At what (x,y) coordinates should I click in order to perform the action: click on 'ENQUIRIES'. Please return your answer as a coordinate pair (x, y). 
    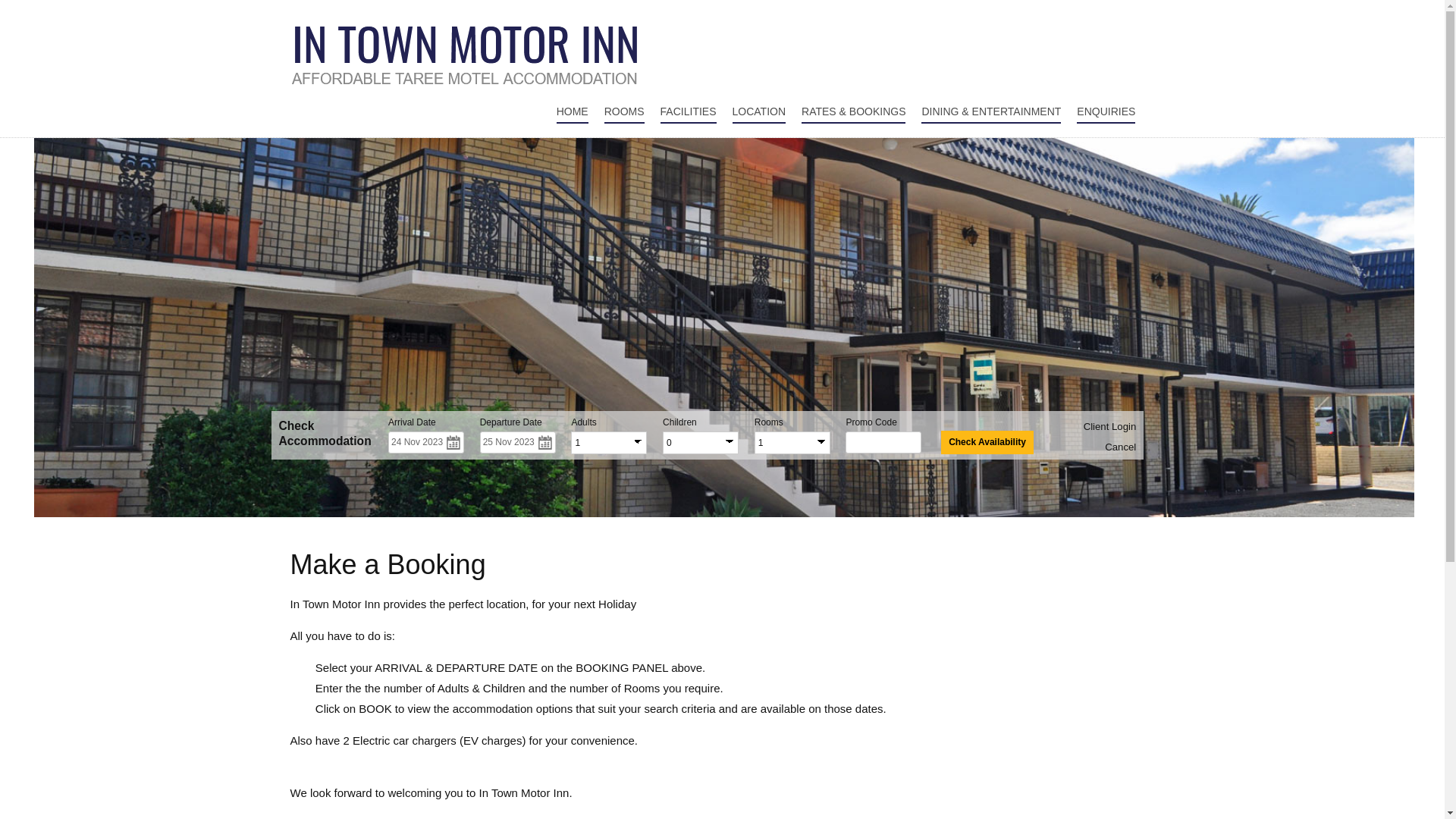
    Looking at the image, I should click on (1076, 111).